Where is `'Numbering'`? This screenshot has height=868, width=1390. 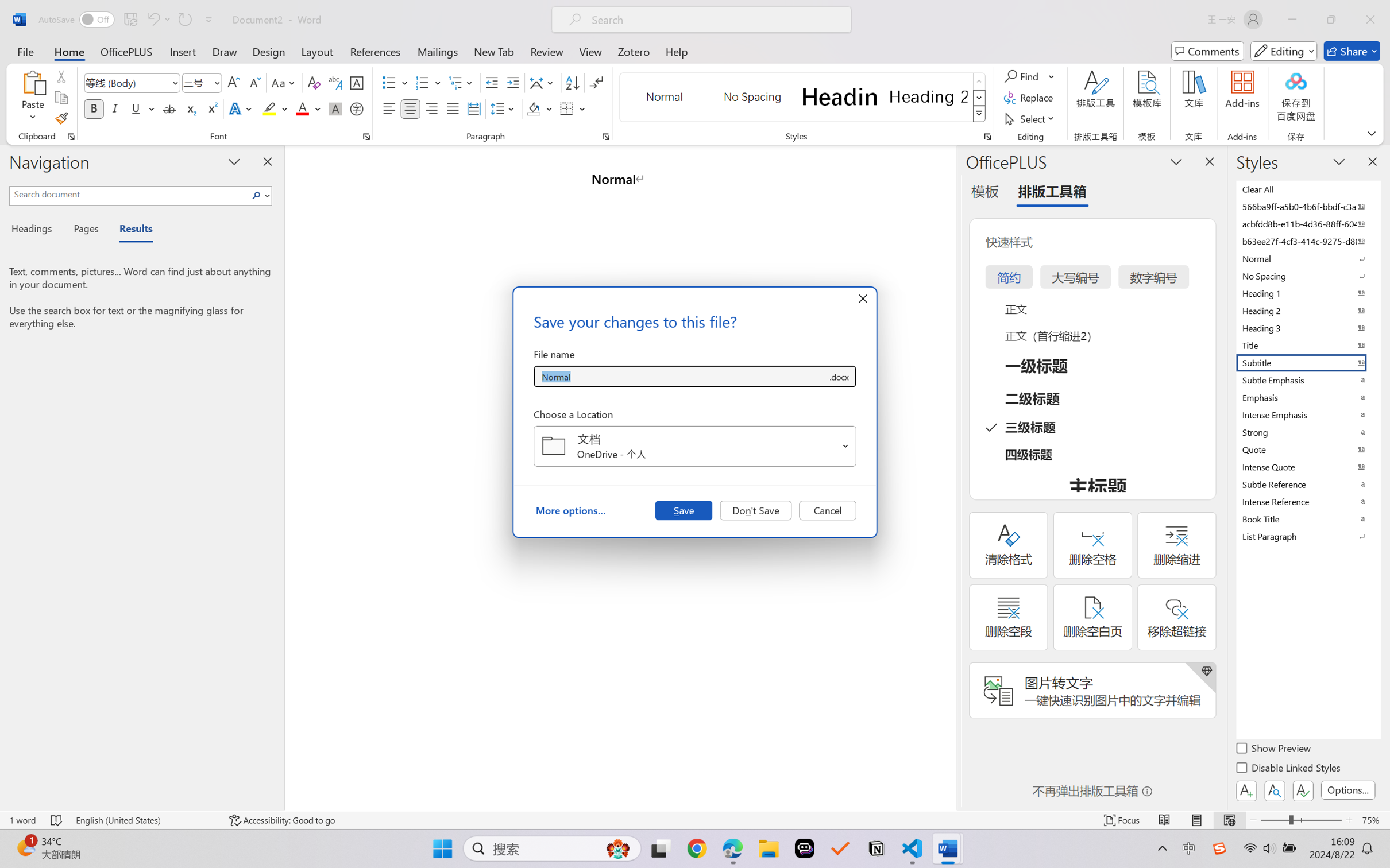 'Numbering' is located at coordinates (428, 83).